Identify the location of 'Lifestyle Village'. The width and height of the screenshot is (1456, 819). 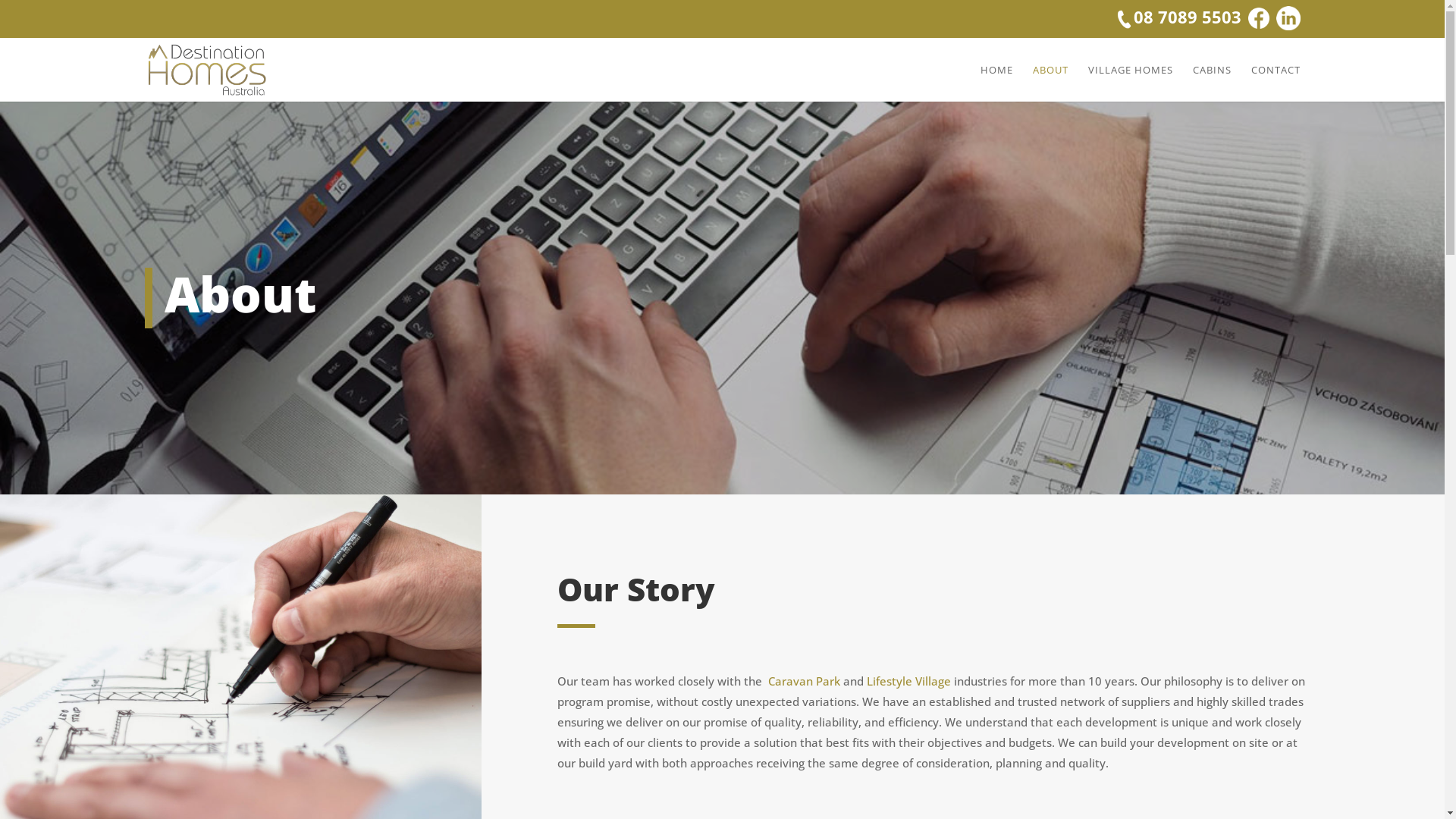
(910, 680).